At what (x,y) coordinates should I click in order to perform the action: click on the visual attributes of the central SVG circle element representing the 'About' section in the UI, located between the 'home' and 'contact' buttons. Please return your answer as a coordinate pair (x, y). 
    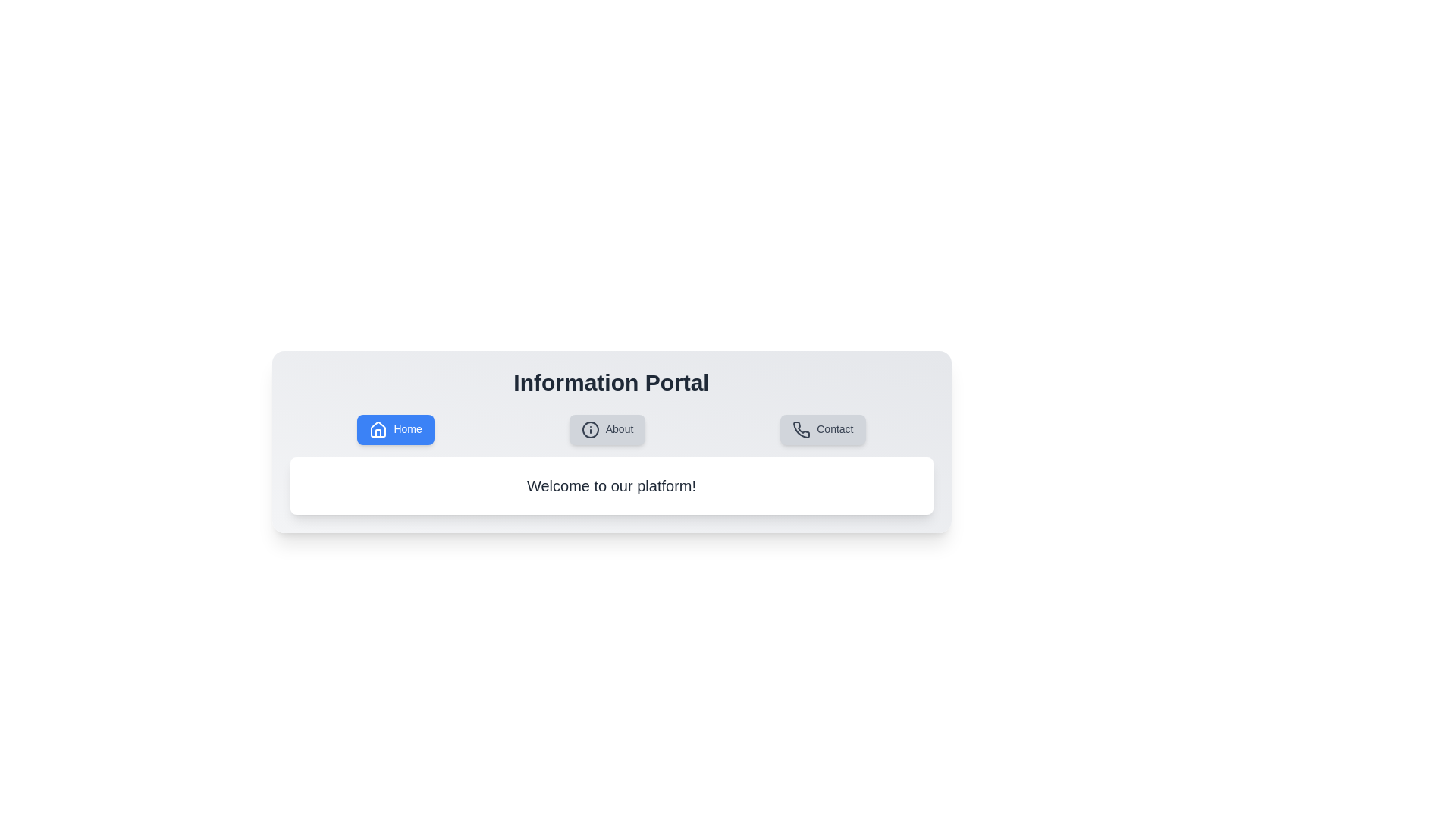
    Looking at the image, I should click on (589, 430).